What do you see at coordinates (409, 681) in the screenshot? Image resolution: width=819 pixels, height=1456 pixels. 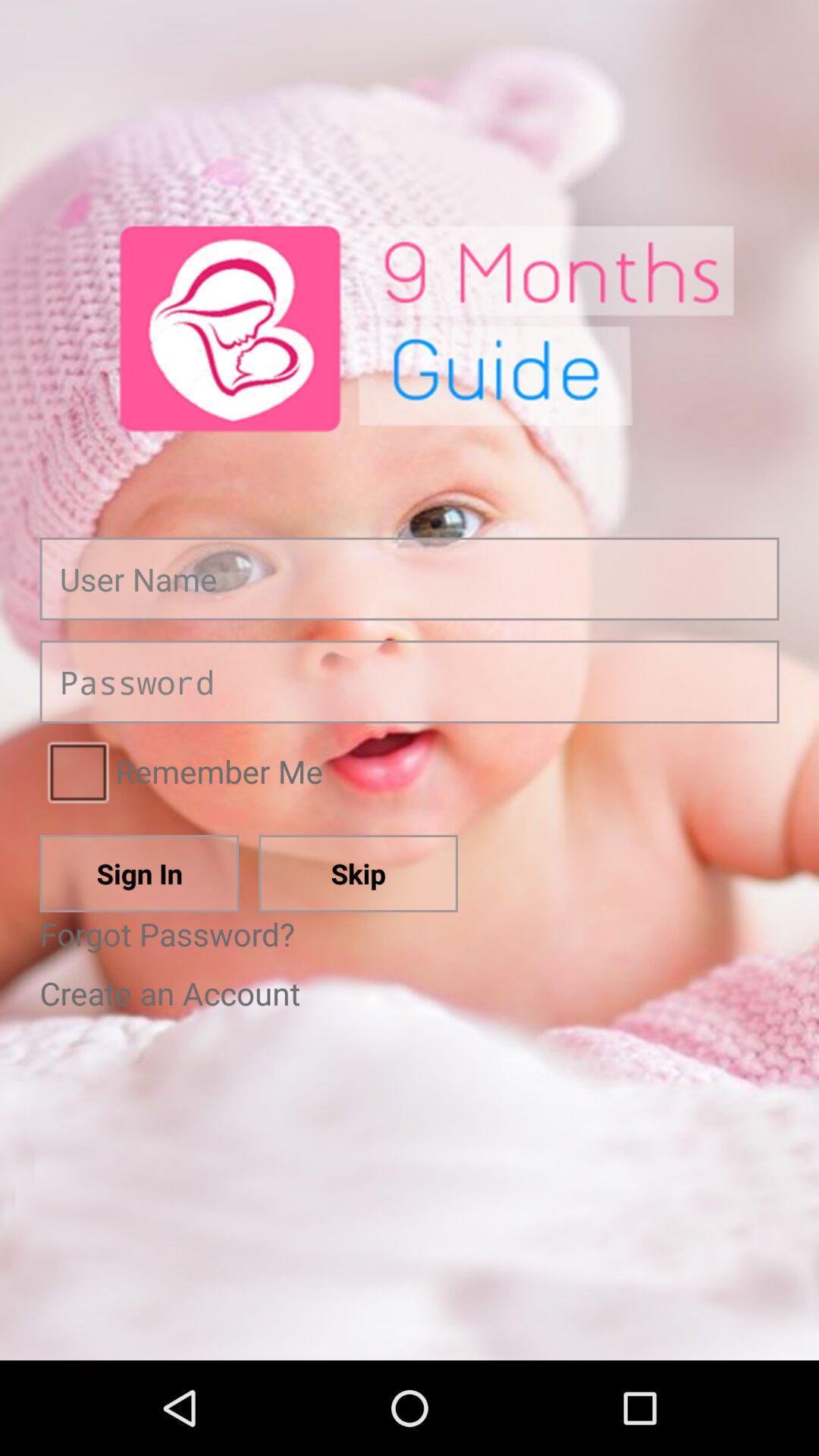 I see `the password` at bounding box center [409, 681].